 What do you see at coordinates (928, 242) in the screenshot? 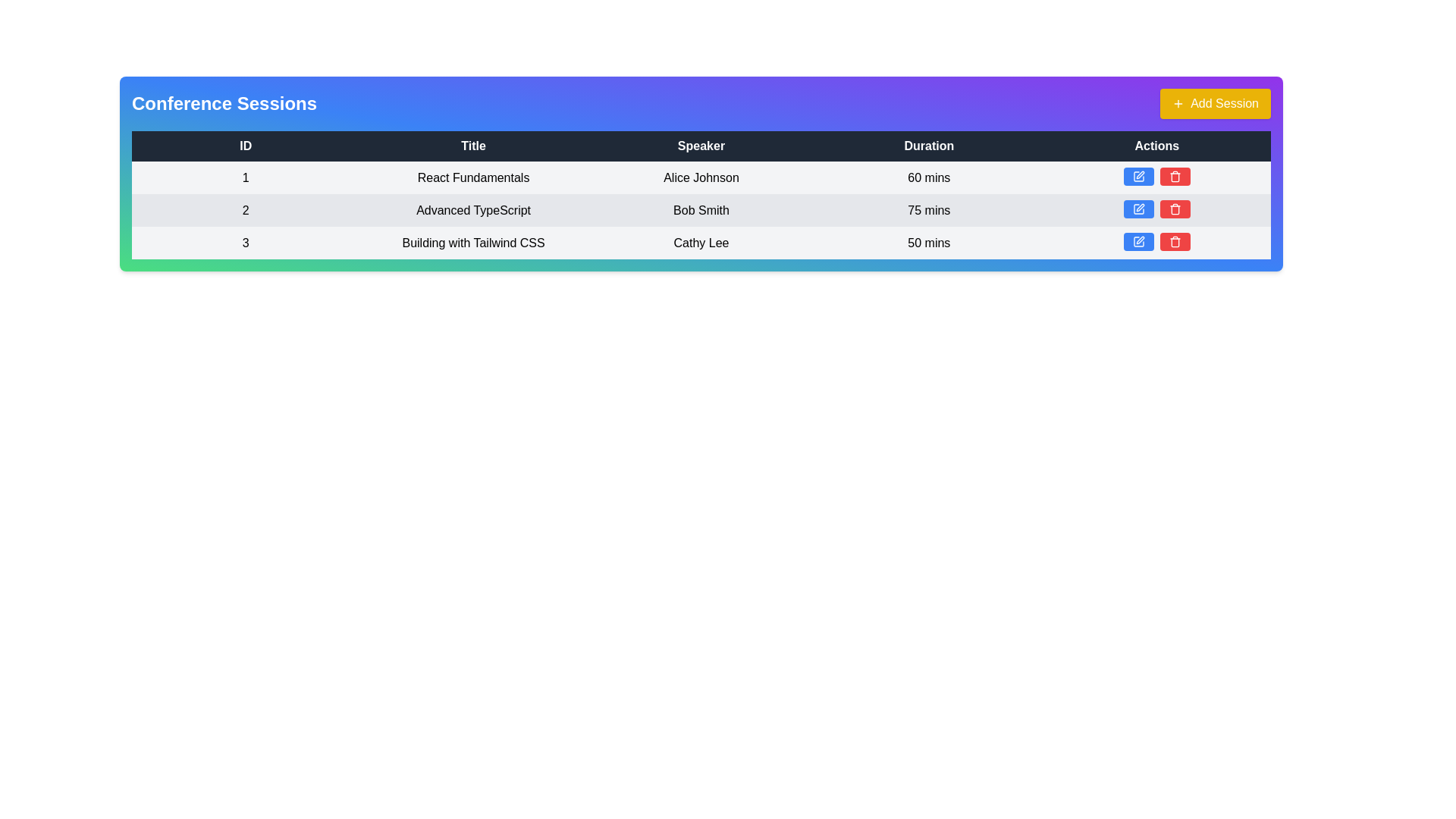
I see `the text label displaying '50 mins' in black font on a light gray background, located in the 'Duration' column for the session 'Building with Tailwind CSS'` at bounding box center [928, 242].